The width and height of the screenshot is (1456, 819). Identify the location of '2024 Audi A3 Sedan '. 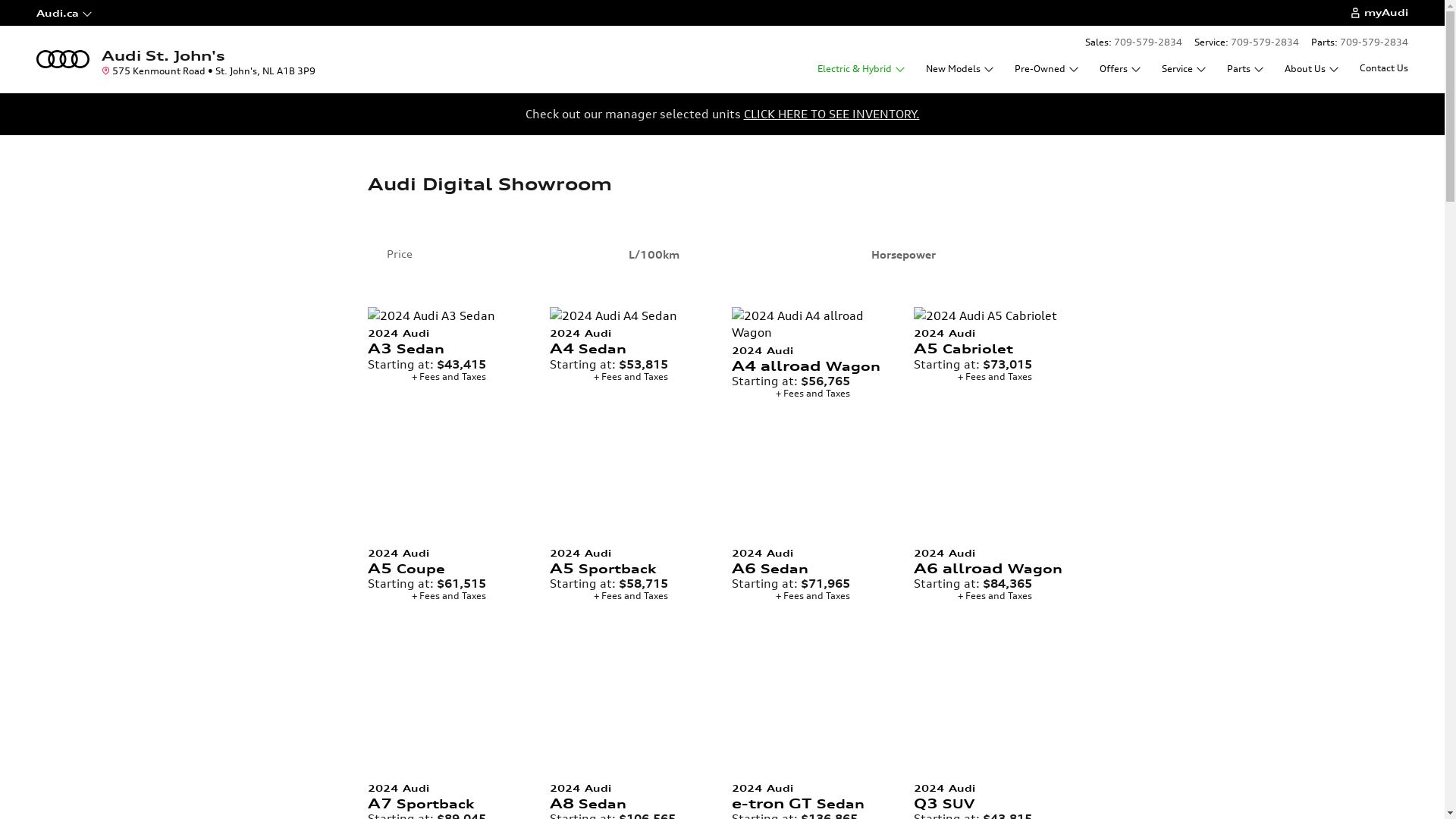
(447, 314).